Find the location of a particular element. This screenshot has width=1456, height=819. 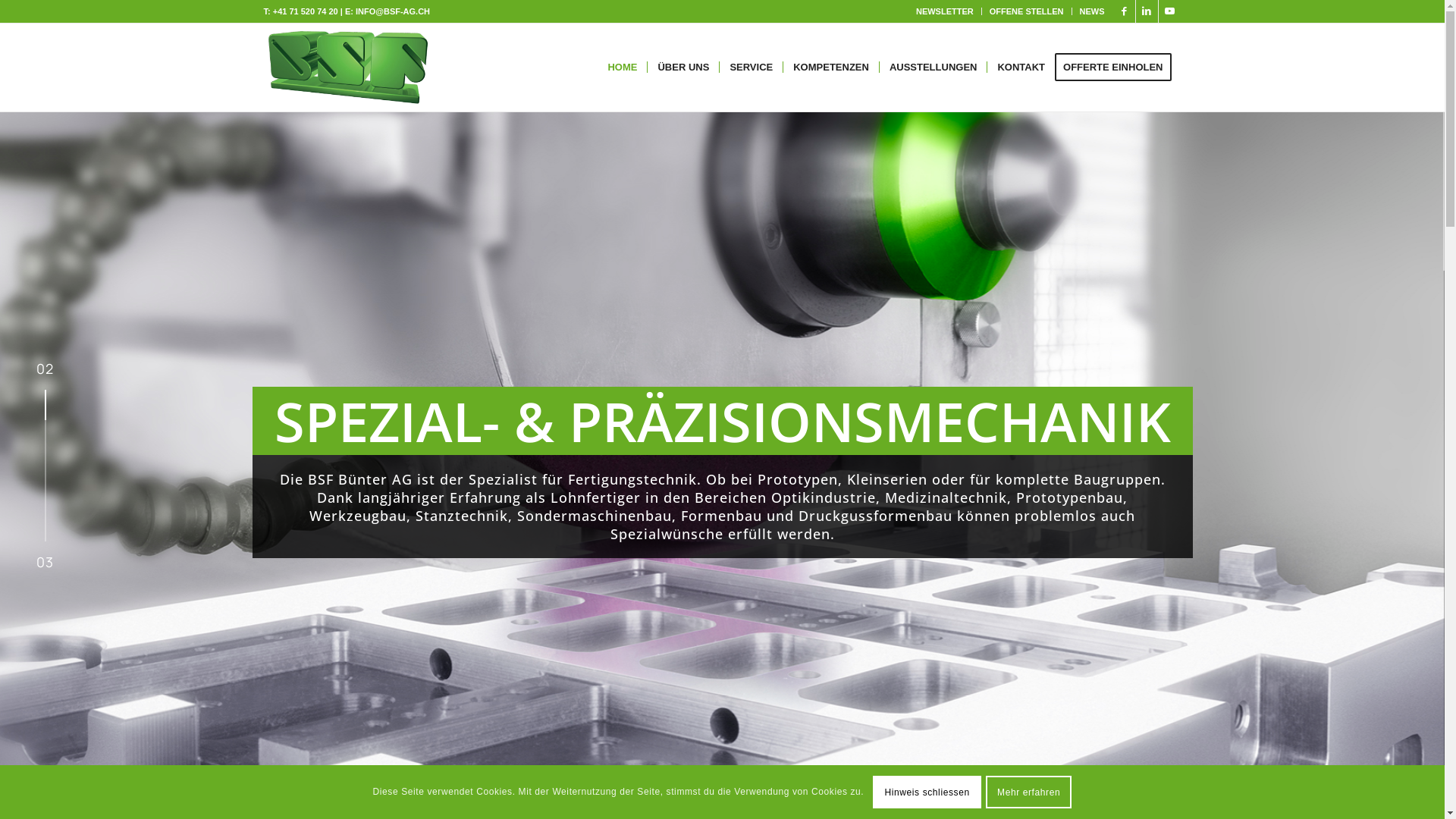

'NEWSLETTER' is located at coordinates (944, 11).